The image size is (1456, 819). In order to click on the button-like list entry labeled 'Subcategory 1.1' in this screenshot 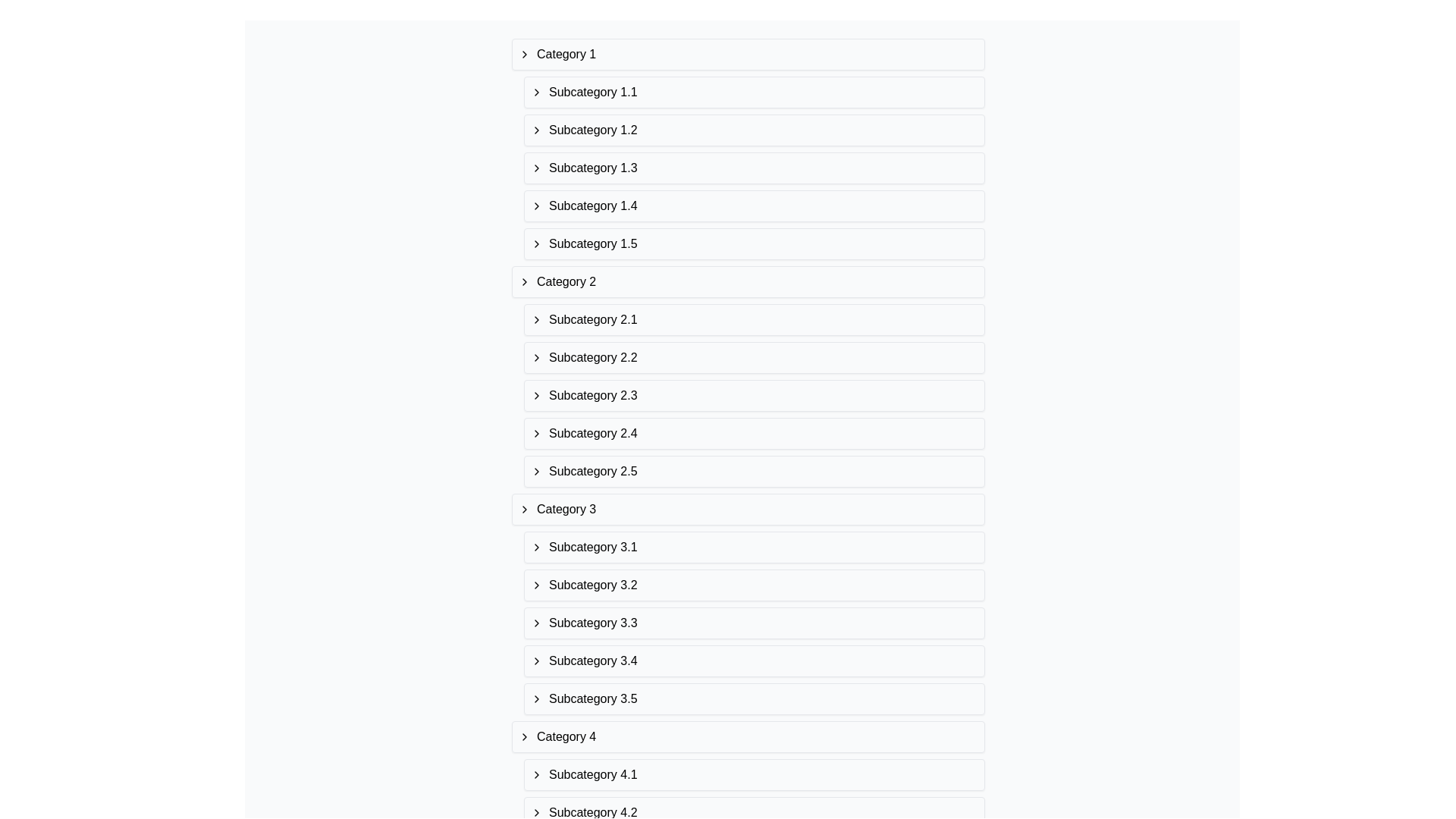, I will do `click(754, 93)`.